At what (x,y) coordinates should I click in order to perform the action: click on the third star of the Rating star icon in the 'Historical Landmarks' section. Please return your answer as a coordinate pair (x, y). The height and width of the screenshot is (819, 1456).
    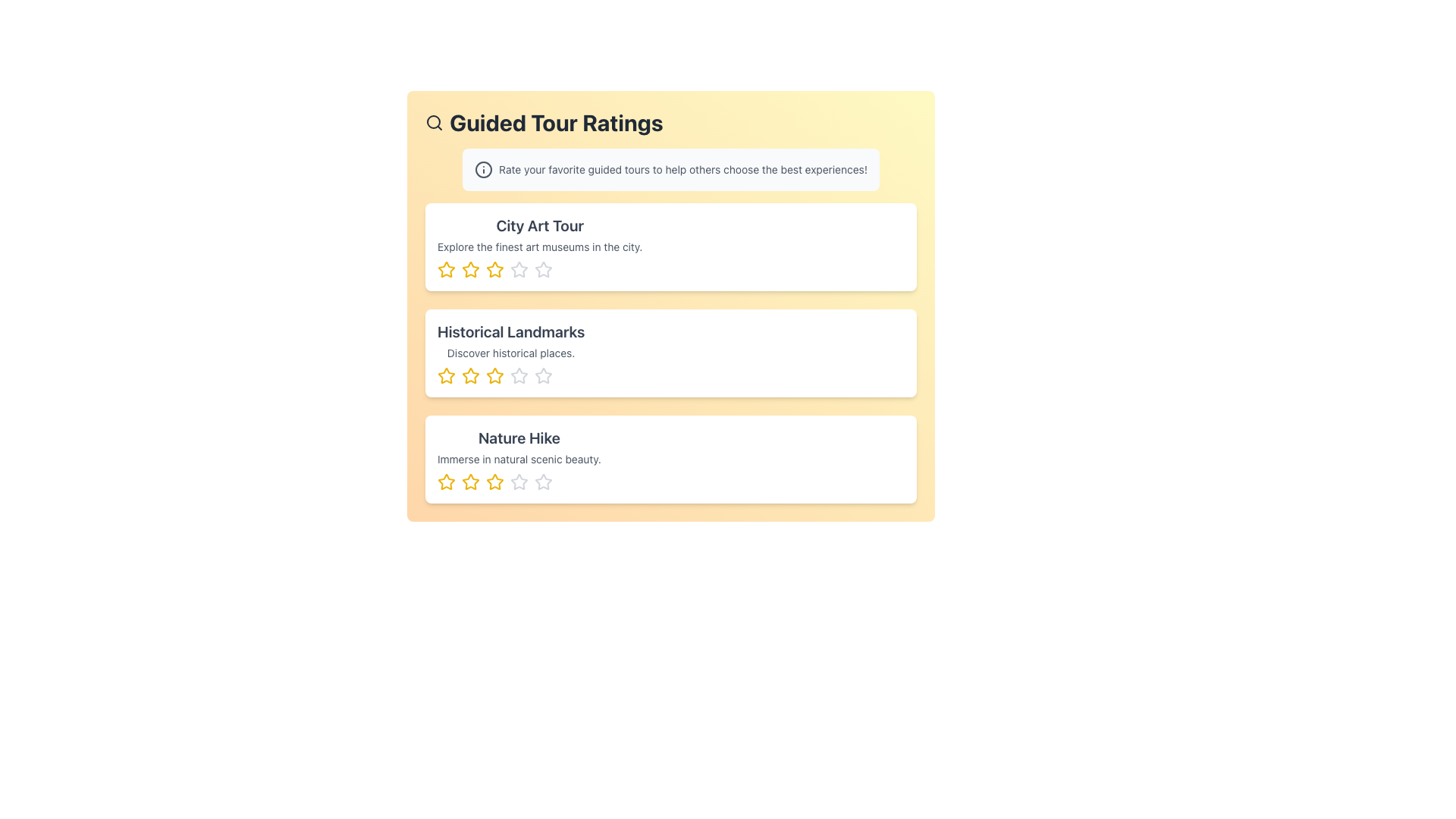
    Looking at the image, I should click on (511, 375).